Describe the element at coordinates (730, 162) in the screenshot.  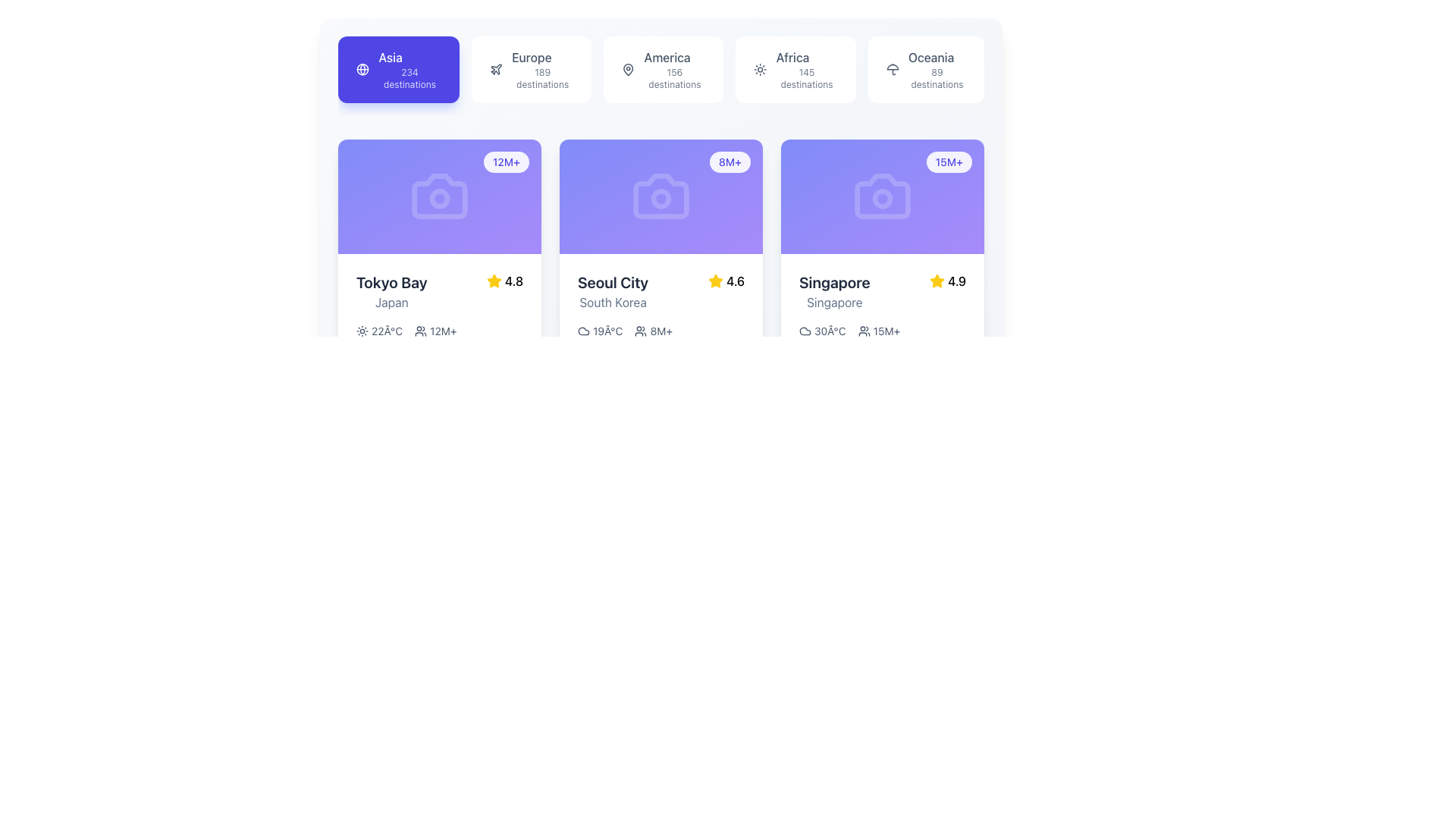
I see `the indigo-colored label displaying '8M+' located at the top-right corner of the Seoul City card` at that location.